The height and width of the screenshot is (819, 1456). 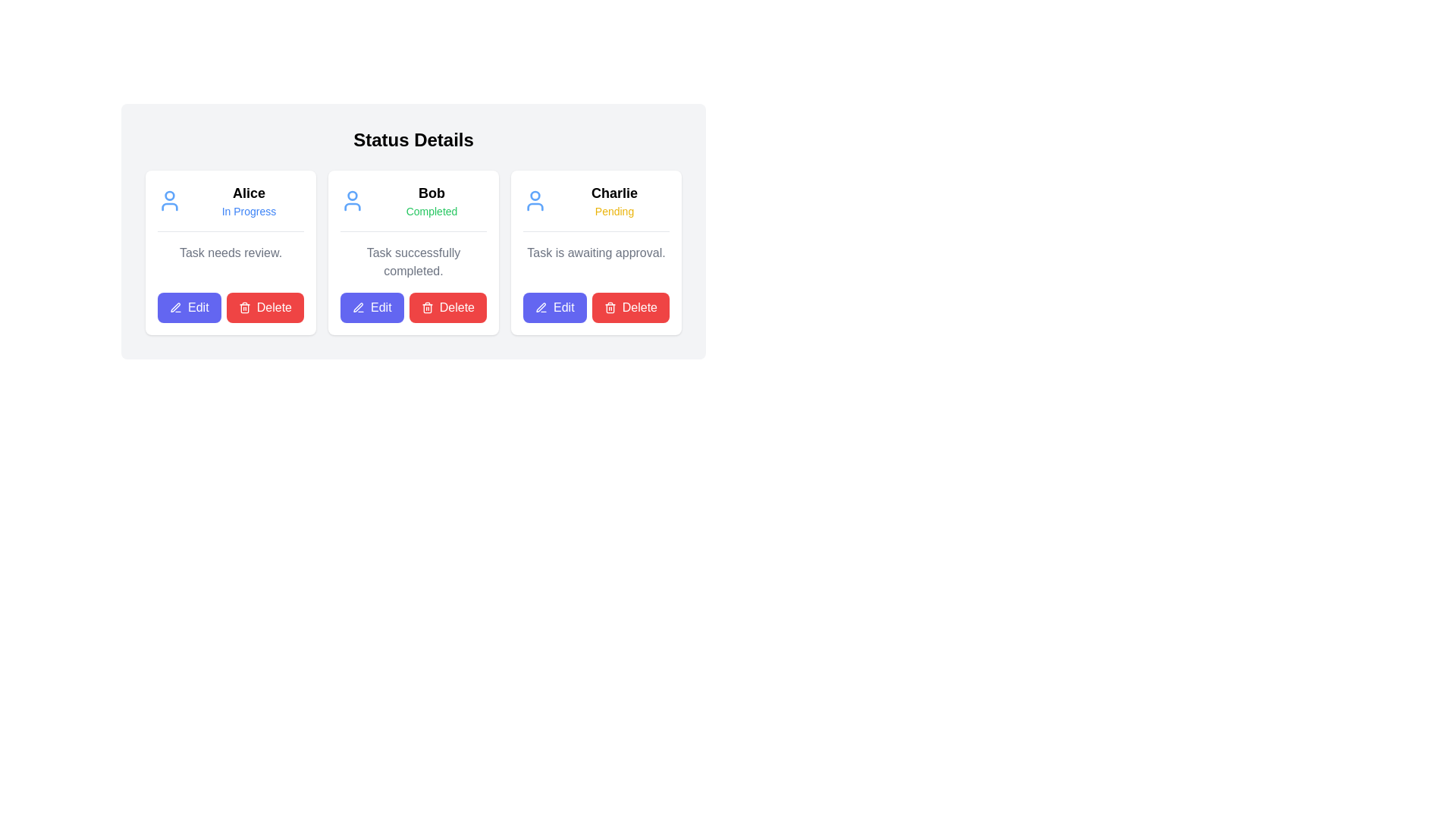 I want to click on the Label or Text Display that shows 'Bob' in bold black font at the top and 'Completed' in smaller green font below, located in the second column of a three-column layout, so click(x=431, y=200).